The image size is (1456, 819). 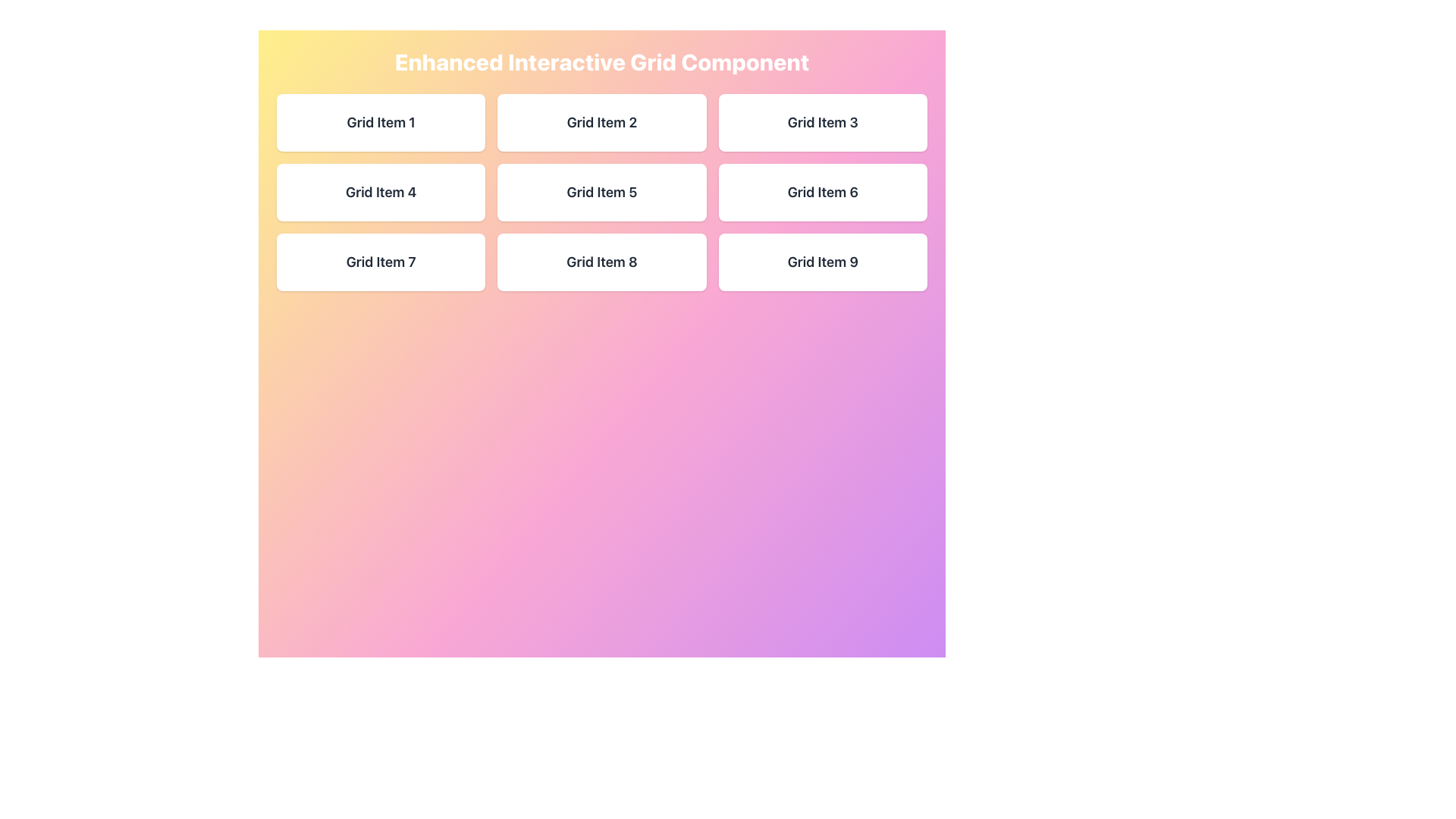 I want to click on to select the interactive grid item located in the second row and third column of the grid, so click(x=822, y=192).